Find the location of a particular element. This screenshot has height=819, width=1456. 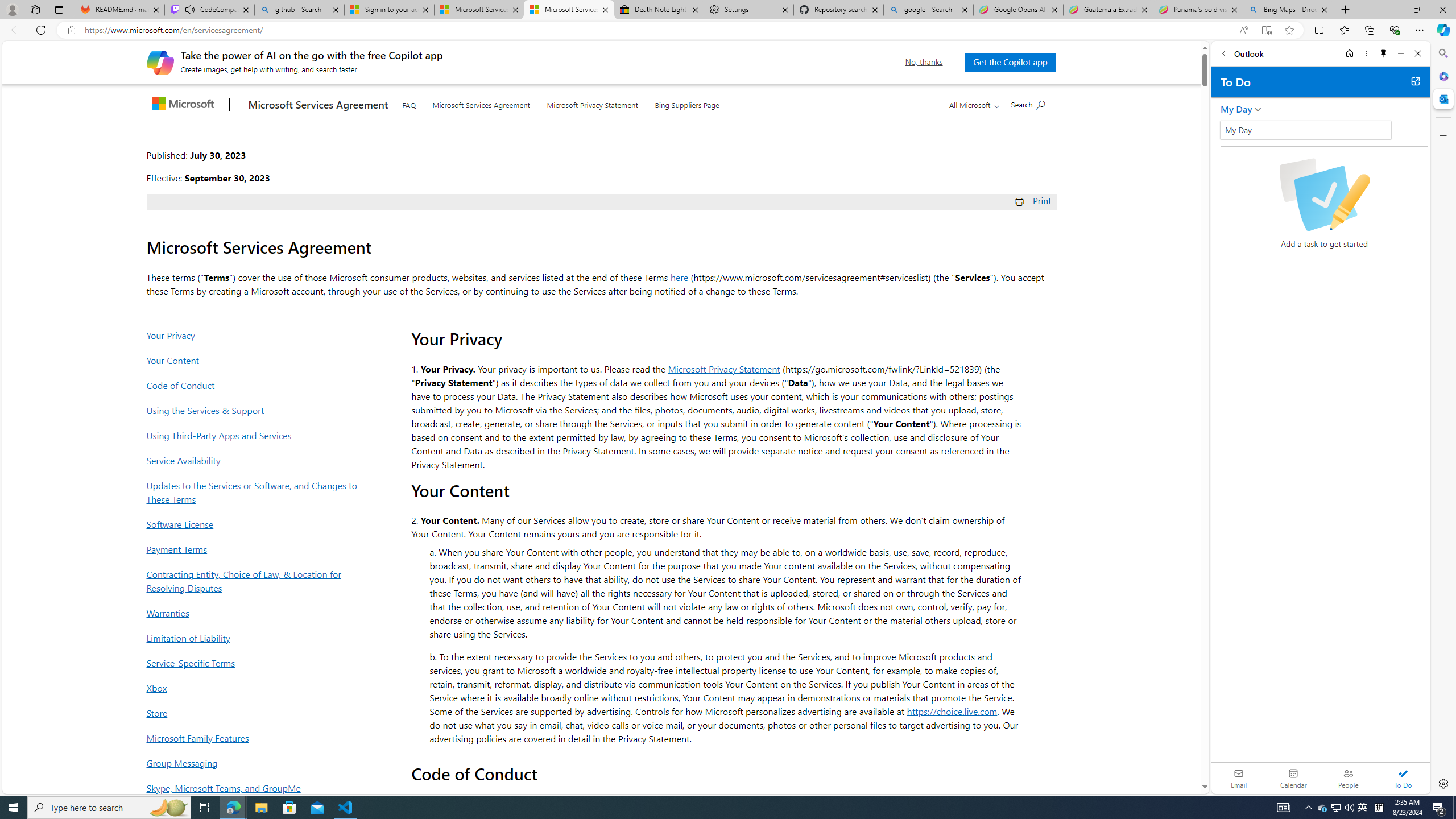

'Using the Services & Support' is located at coordinates (255, 409).